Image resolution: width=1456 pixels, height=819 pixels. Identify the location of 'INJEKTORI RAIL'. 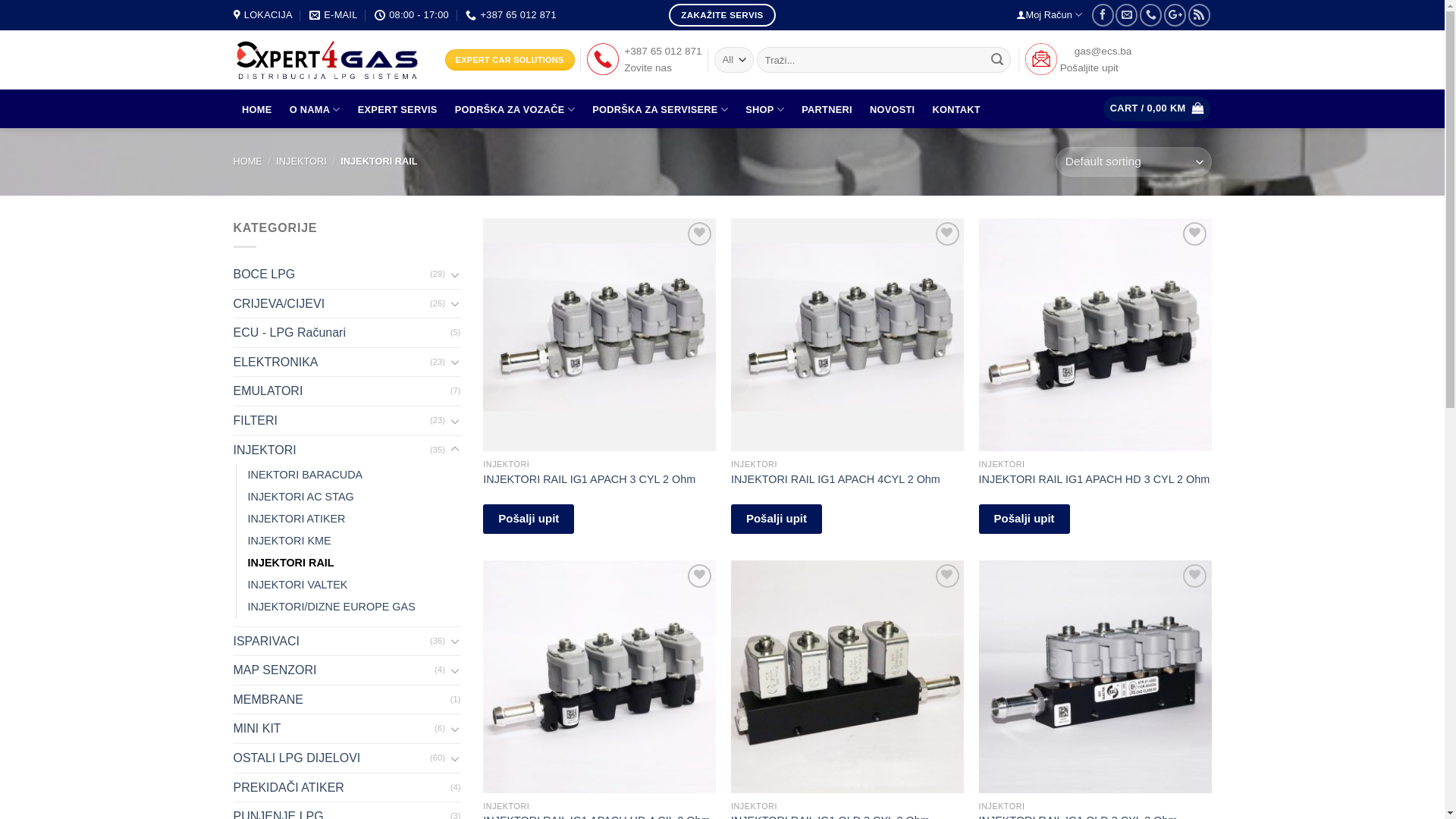
(290, 563).